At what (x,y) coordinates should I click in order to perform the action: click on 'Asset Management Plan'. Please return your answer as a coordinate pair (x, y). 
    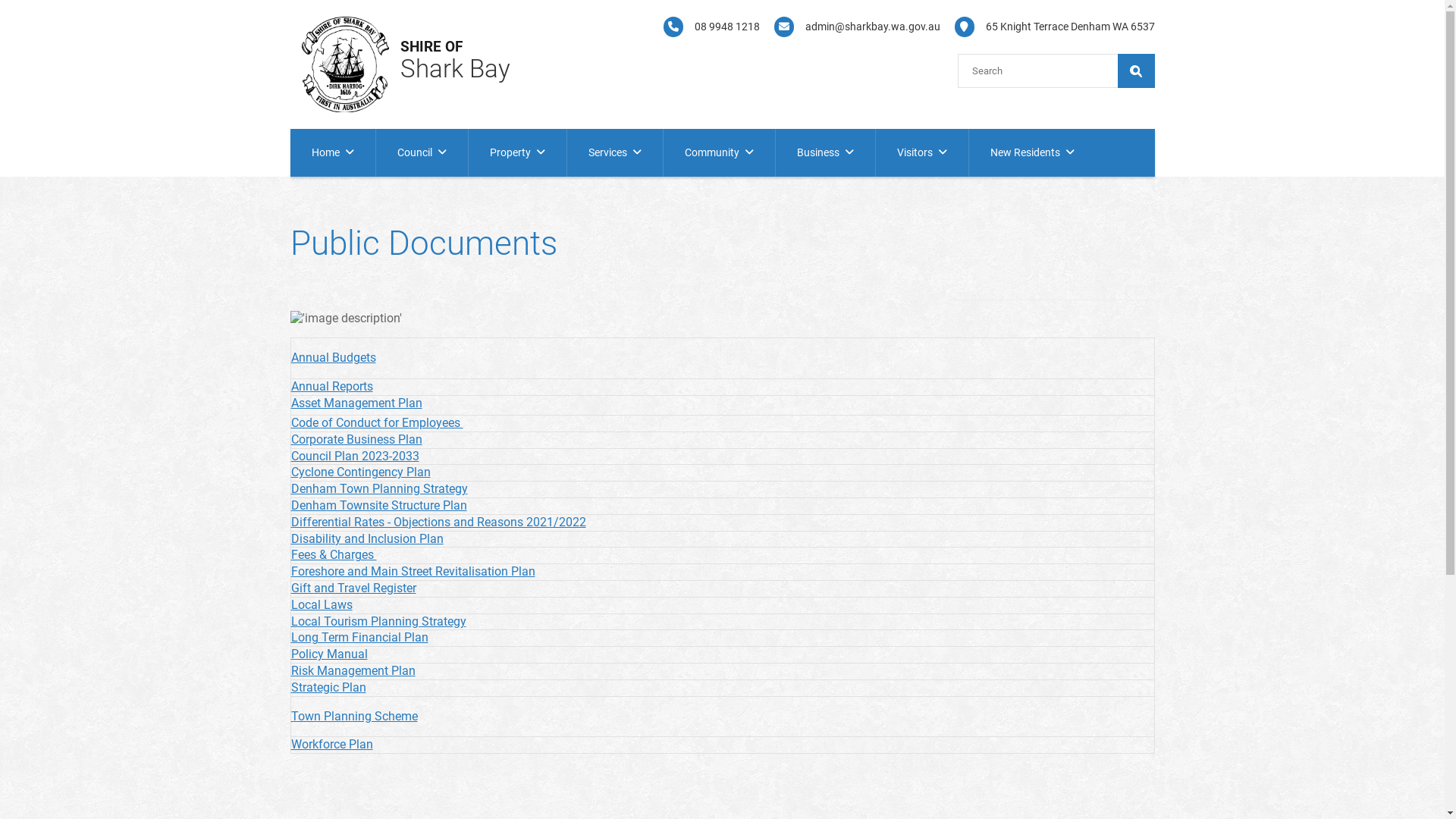
    Looking at the image, I should click on (356, 402).